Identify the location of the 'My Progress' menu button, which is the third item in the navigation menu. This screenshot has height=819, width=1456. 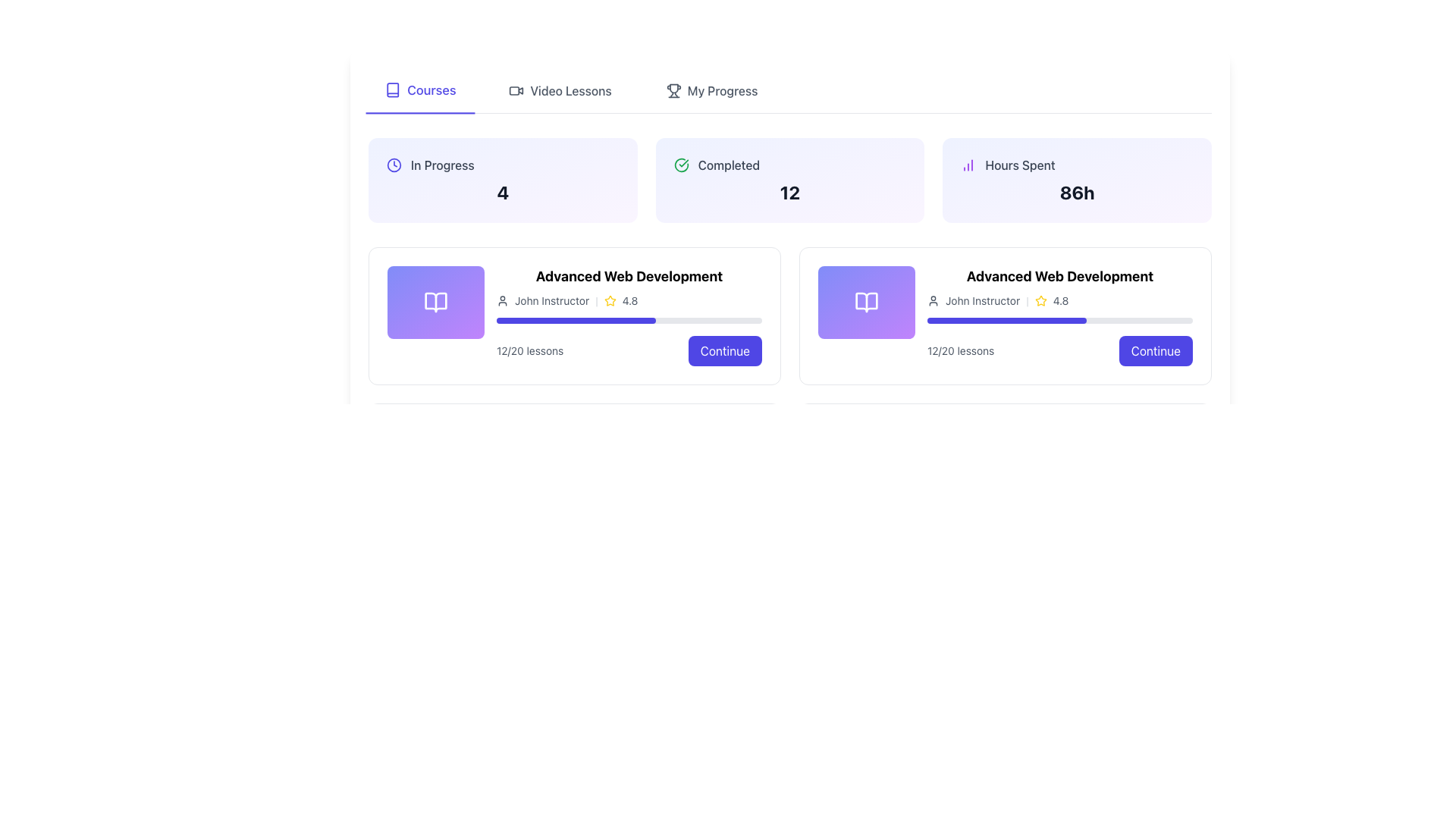
(711, 90).